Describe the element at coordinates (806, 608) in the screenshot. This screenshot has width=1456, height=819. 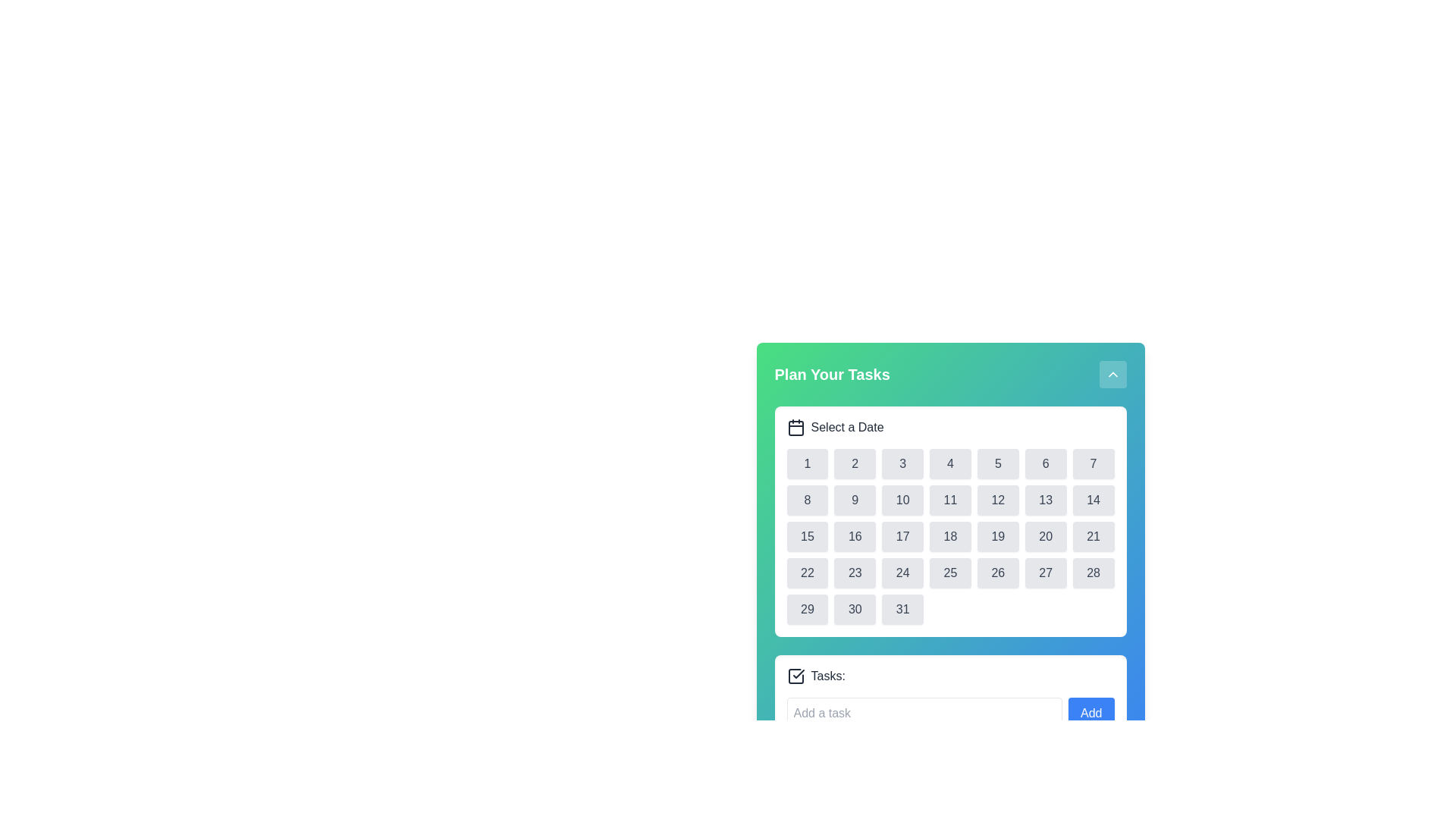
I see `the clickable calendar date tile displaying the number '29', which is a rounded rectangular tile with a gray background` at that location.